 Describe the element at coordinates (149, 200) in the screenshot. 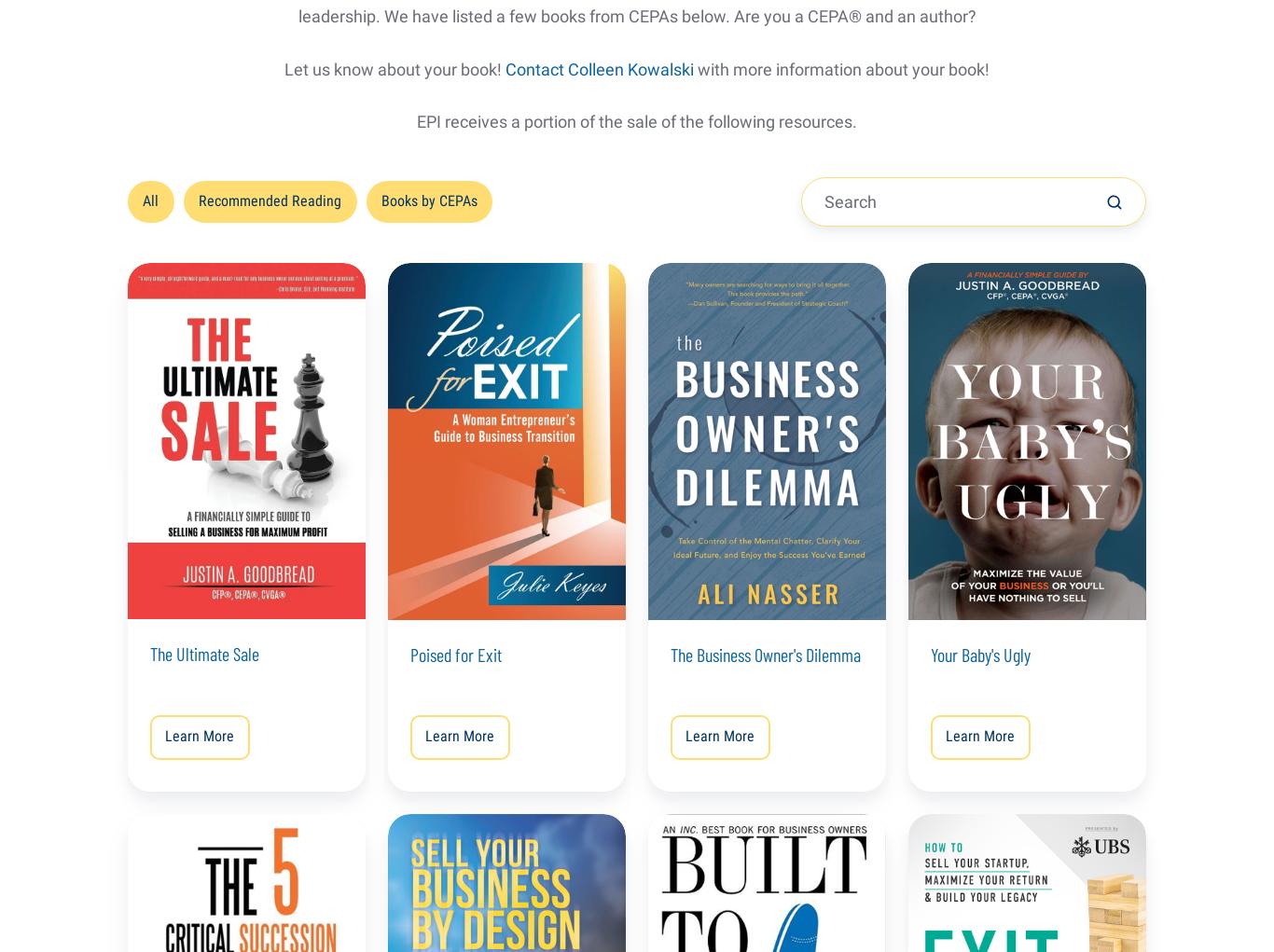

I see `'All'` at that location.